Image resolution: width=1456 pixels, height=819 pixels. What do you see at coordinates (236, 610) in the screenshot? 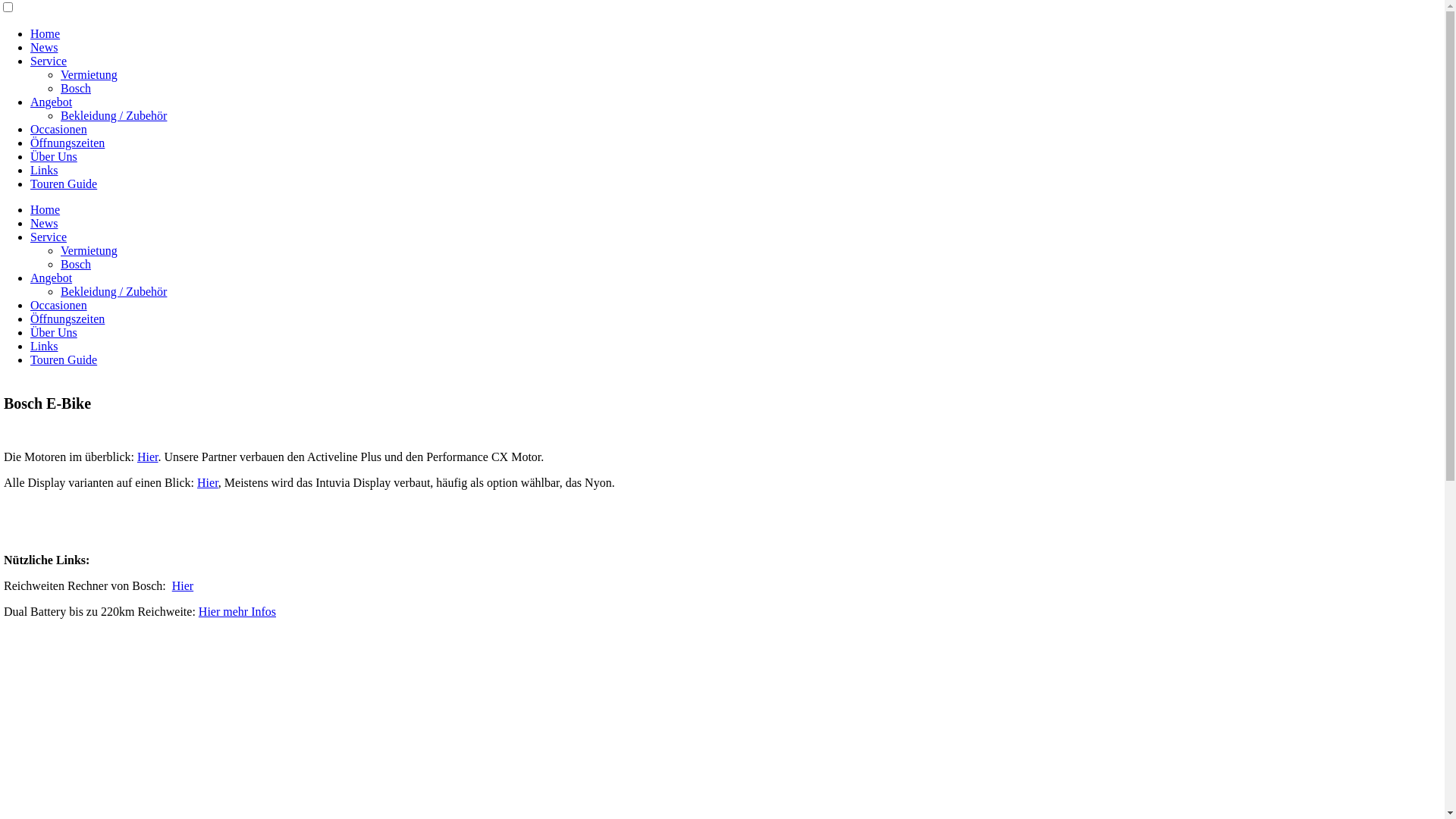
I see `'Hier mehr Infos'` at bounding box center [236, 610].